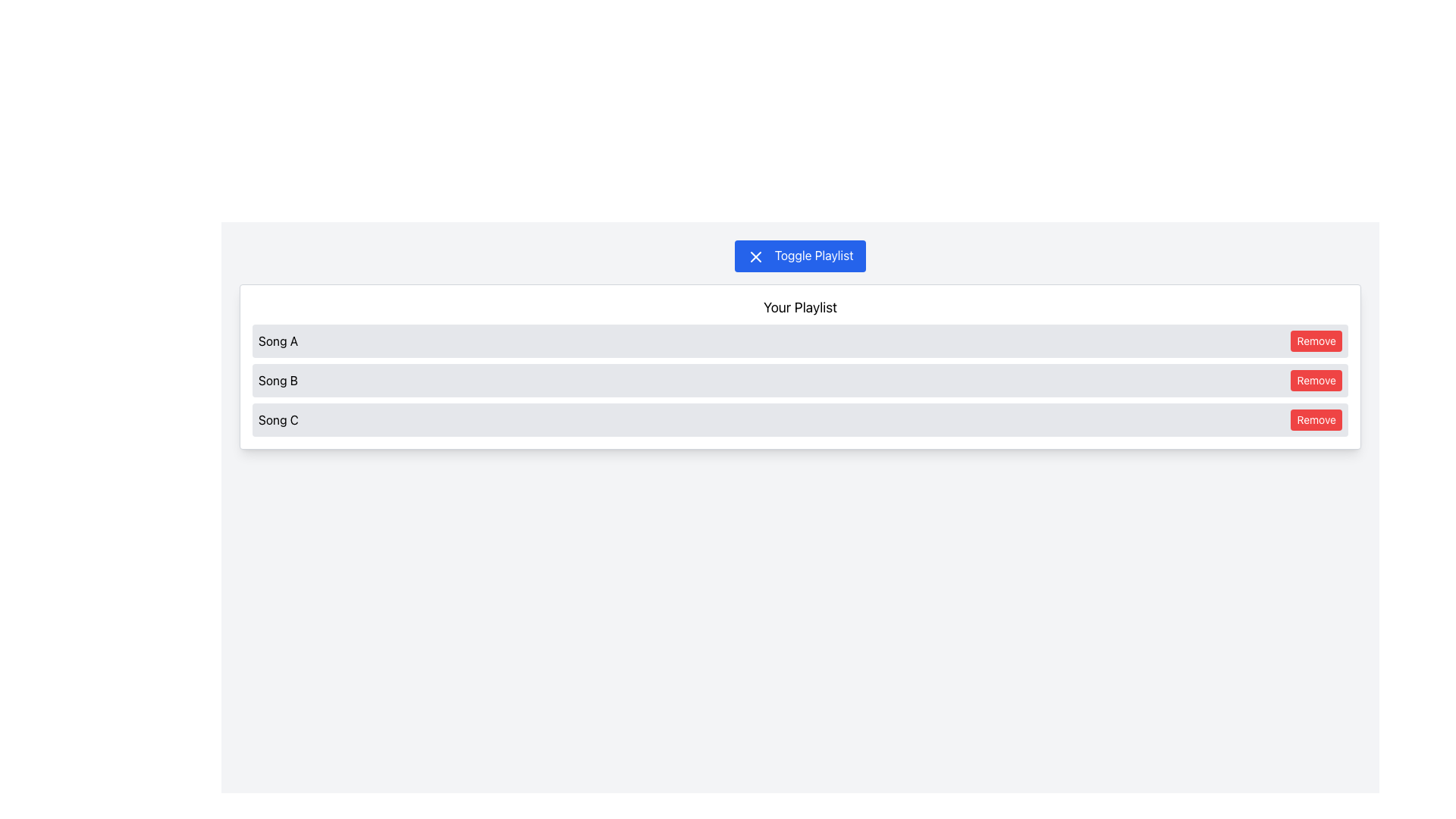  I want to click on the remove button located beside 'Song B' in the second row of the playlist, so click(1316, 379).